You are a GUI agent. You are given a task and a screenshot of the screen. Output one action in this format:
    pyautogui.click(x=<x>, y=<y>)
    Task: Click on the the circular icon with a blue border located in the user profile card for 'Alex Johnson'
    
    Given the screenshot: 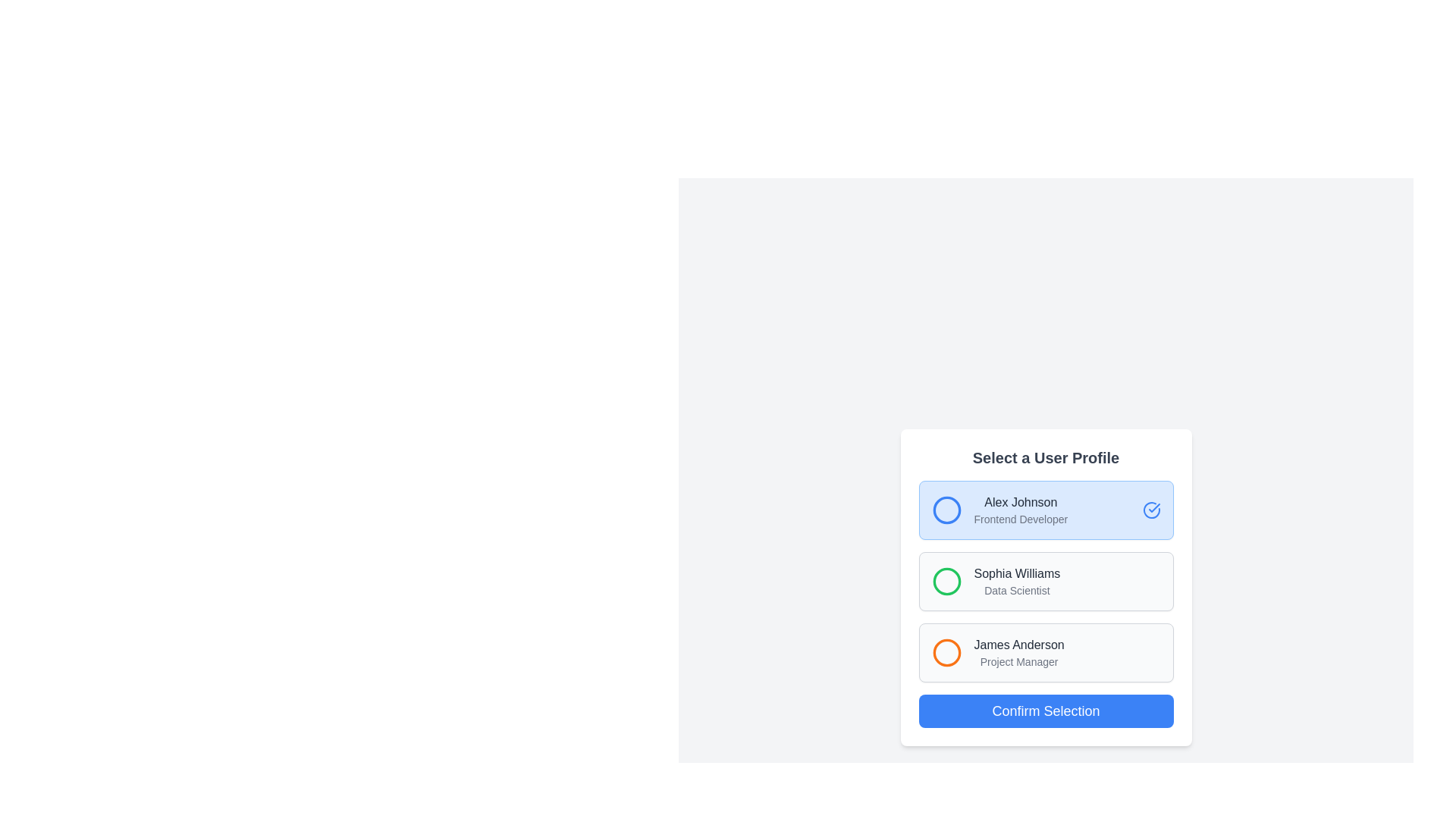 What is the action you would take?
    pyautogui.click(x=946, y=510)
    